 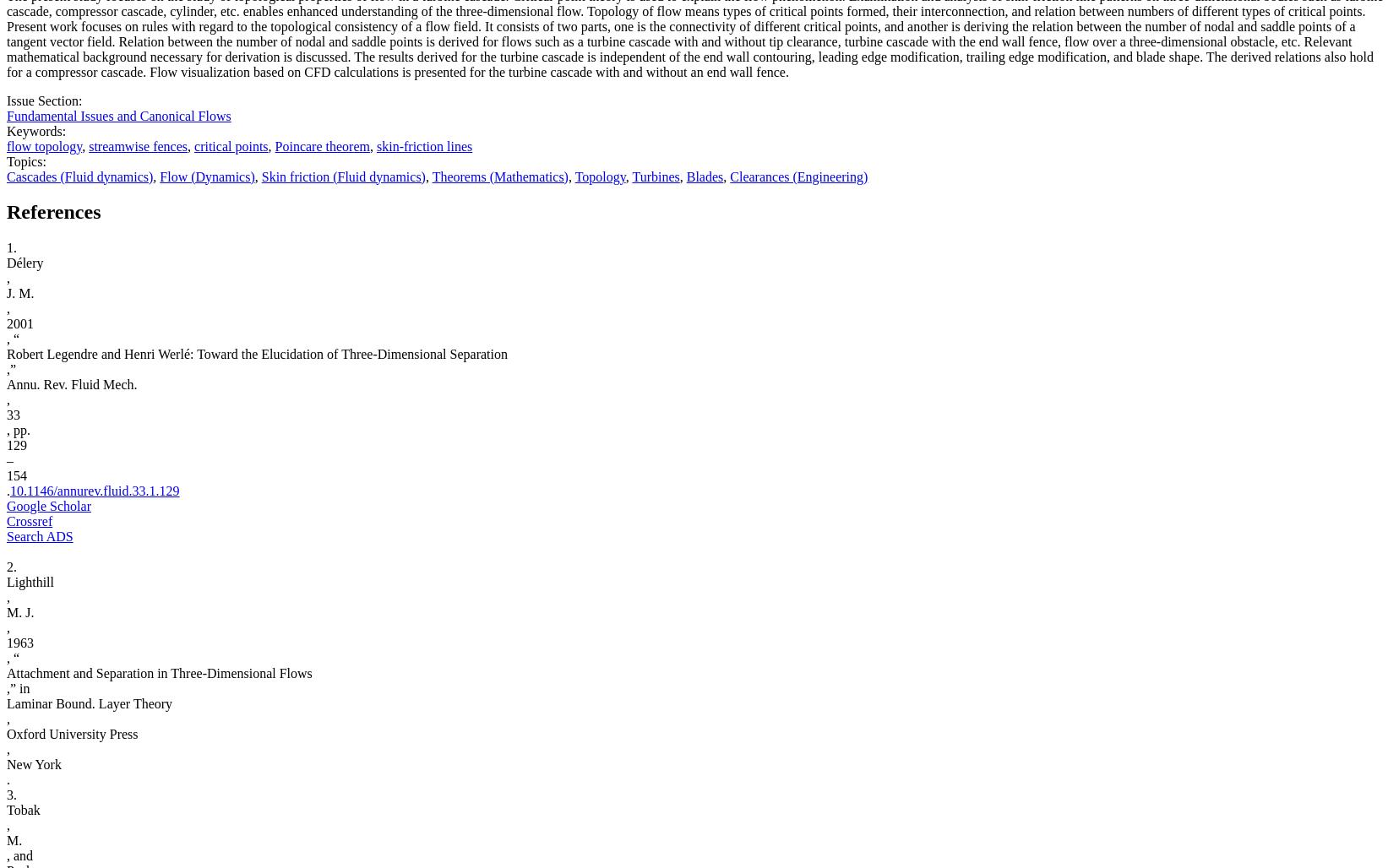 What do you see at coordinates (632, 175) in the screenshot?
I see `'Turbines'` at bounding box center [632, 175].